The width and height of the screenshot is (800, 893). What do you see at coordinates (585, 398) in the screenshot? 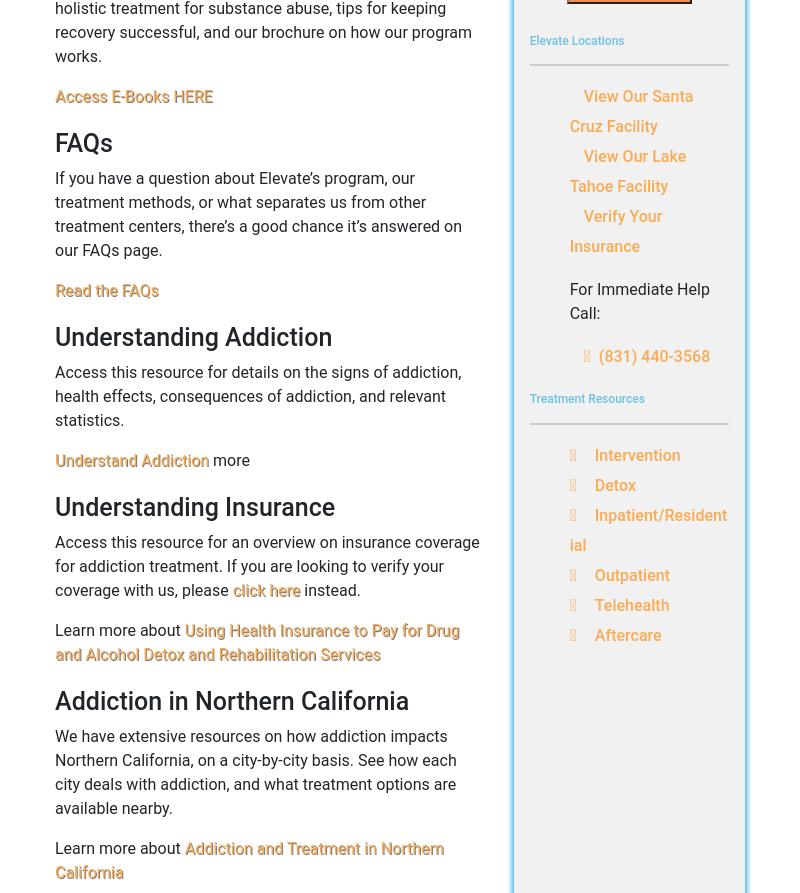
I see `'Treatment Resources'` at bounding box center [585, 398].